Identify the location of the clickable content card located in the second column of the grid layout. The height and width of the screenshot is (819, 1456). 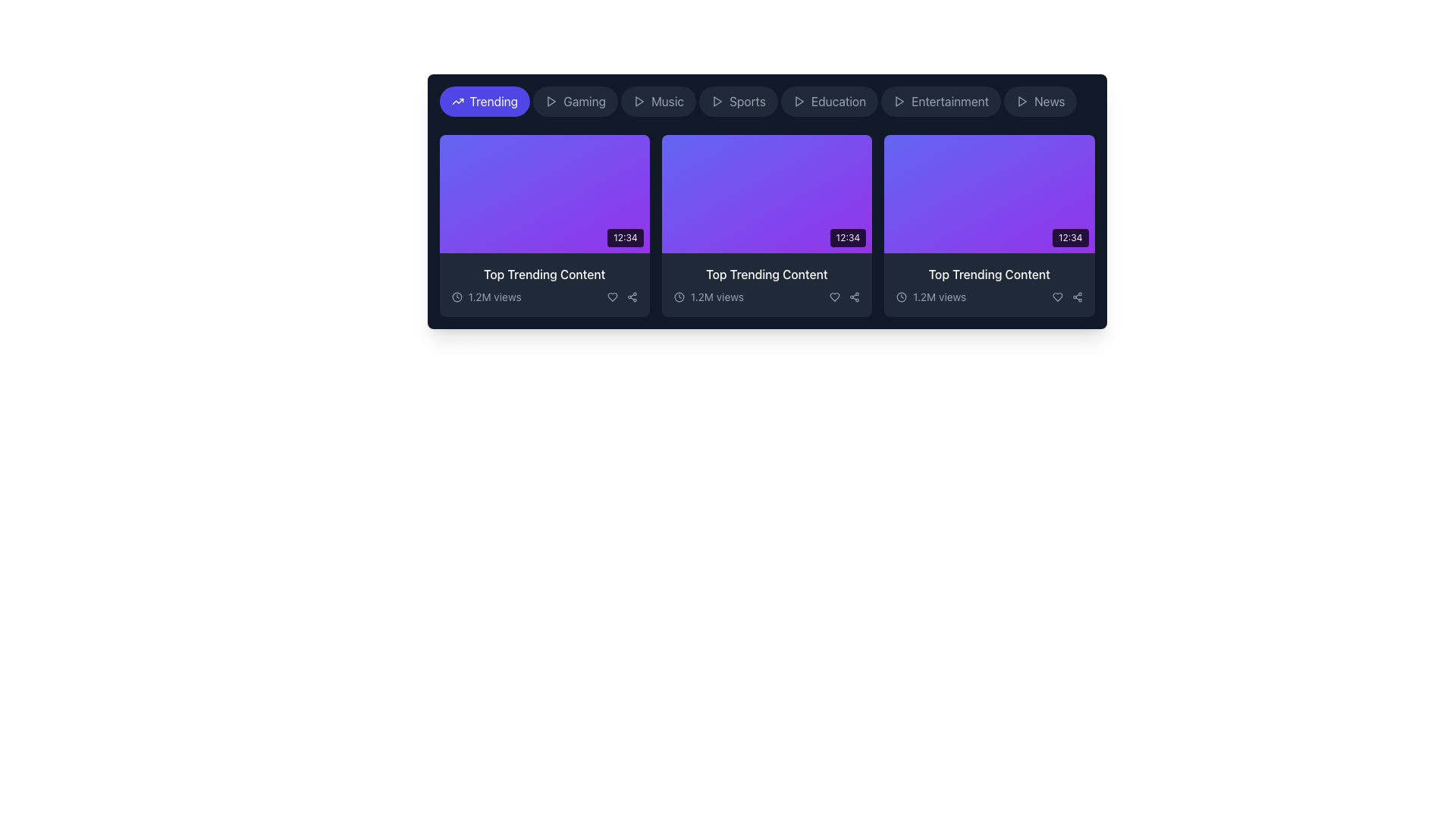
(767, 225).